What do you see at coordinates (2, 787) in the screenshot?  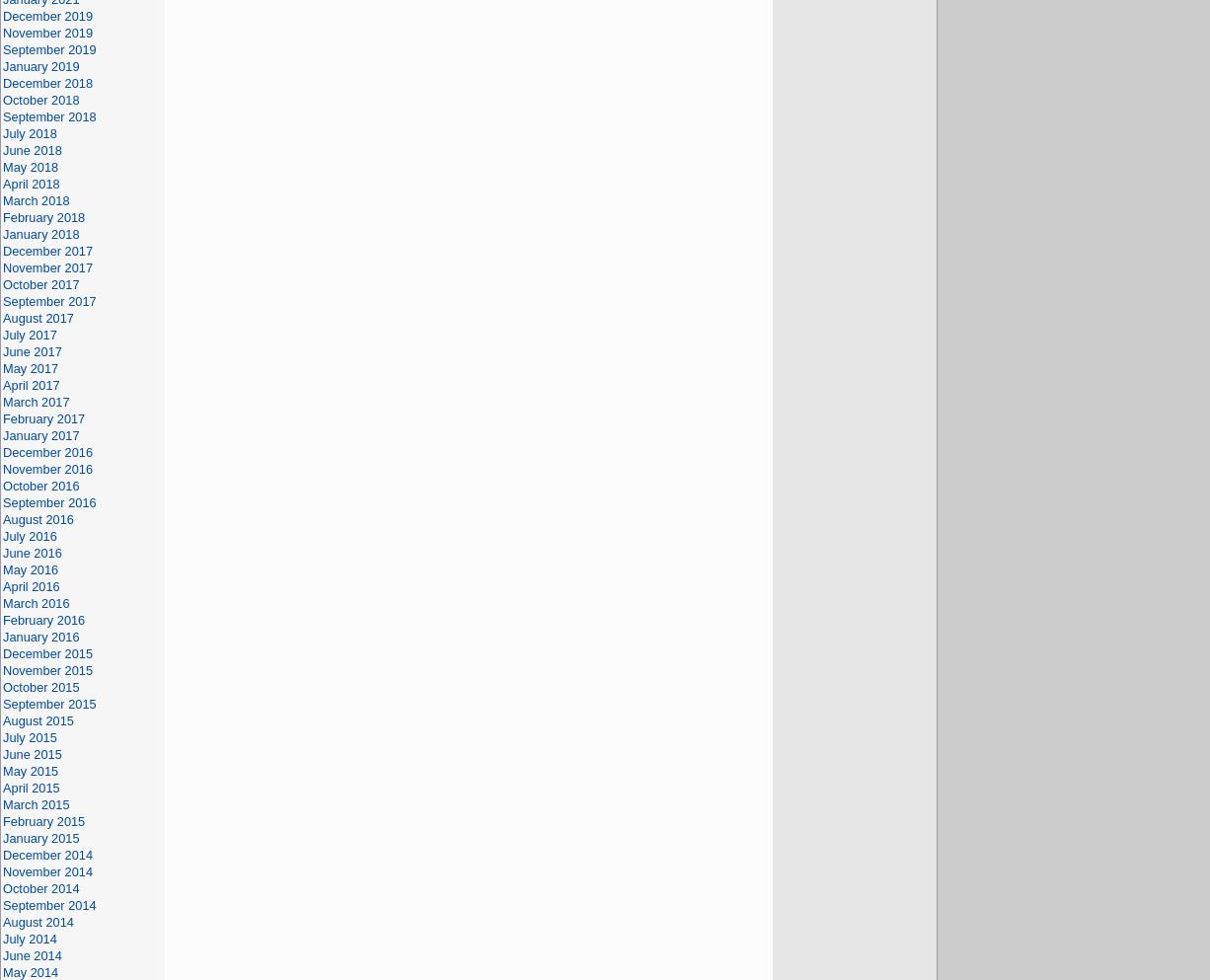 I see `'April 2015'` at bounding box center [2, 787].